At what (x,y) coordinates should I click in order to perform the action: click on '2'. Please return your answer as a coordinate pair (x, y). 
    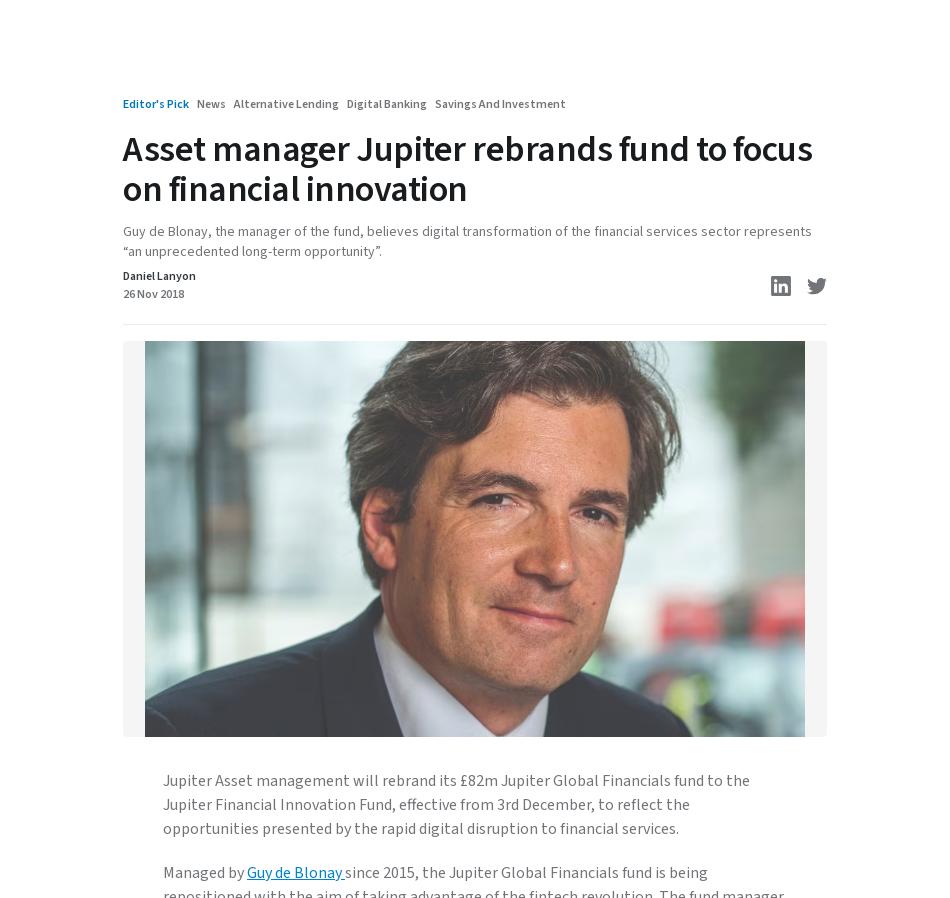
    Looking at the image, I should click on (142, 715).